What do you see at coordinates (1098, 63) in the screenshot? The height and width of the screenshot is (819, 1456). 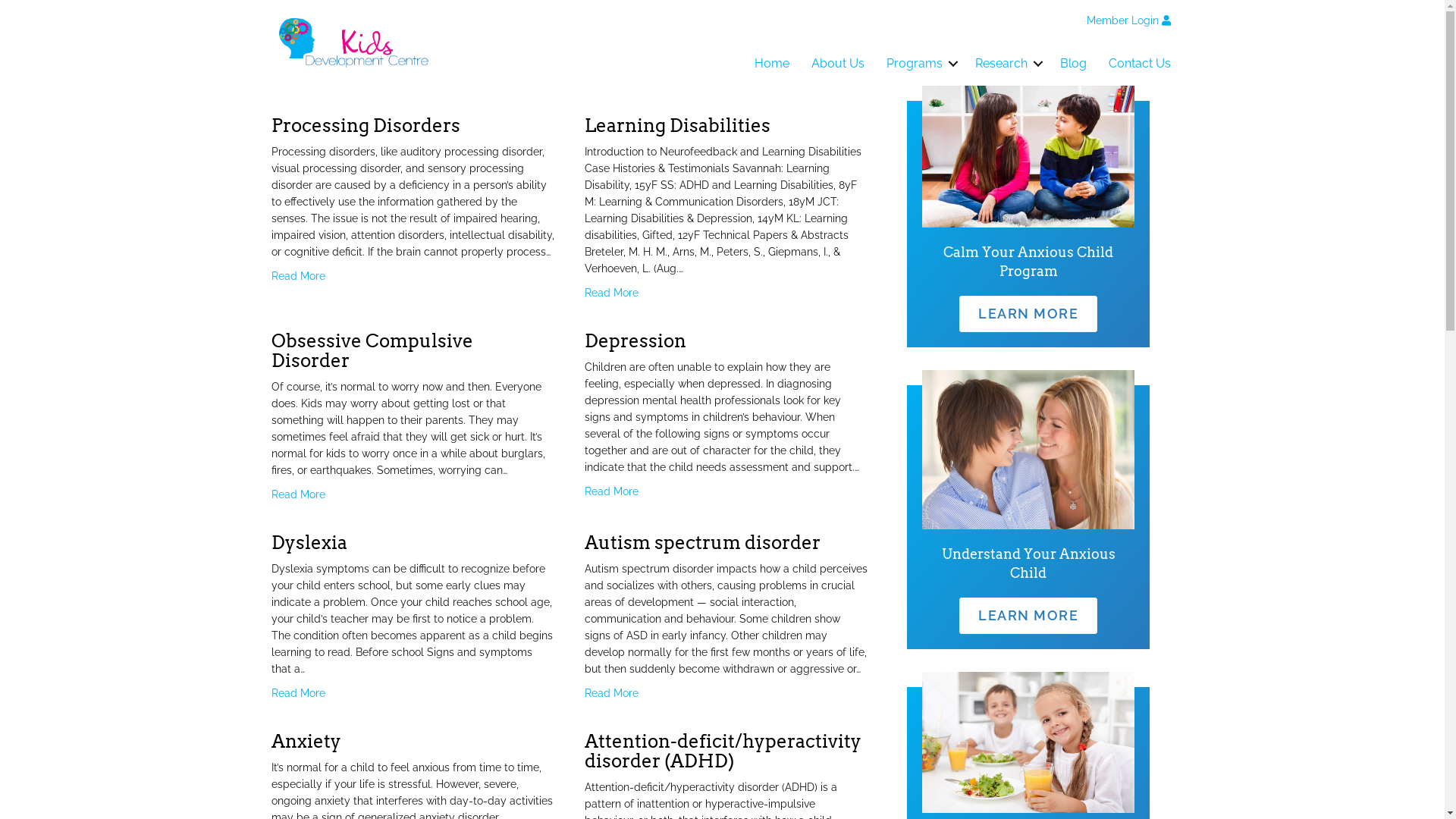 I see `'Contact Us'` at bounding box center [1098, 63].